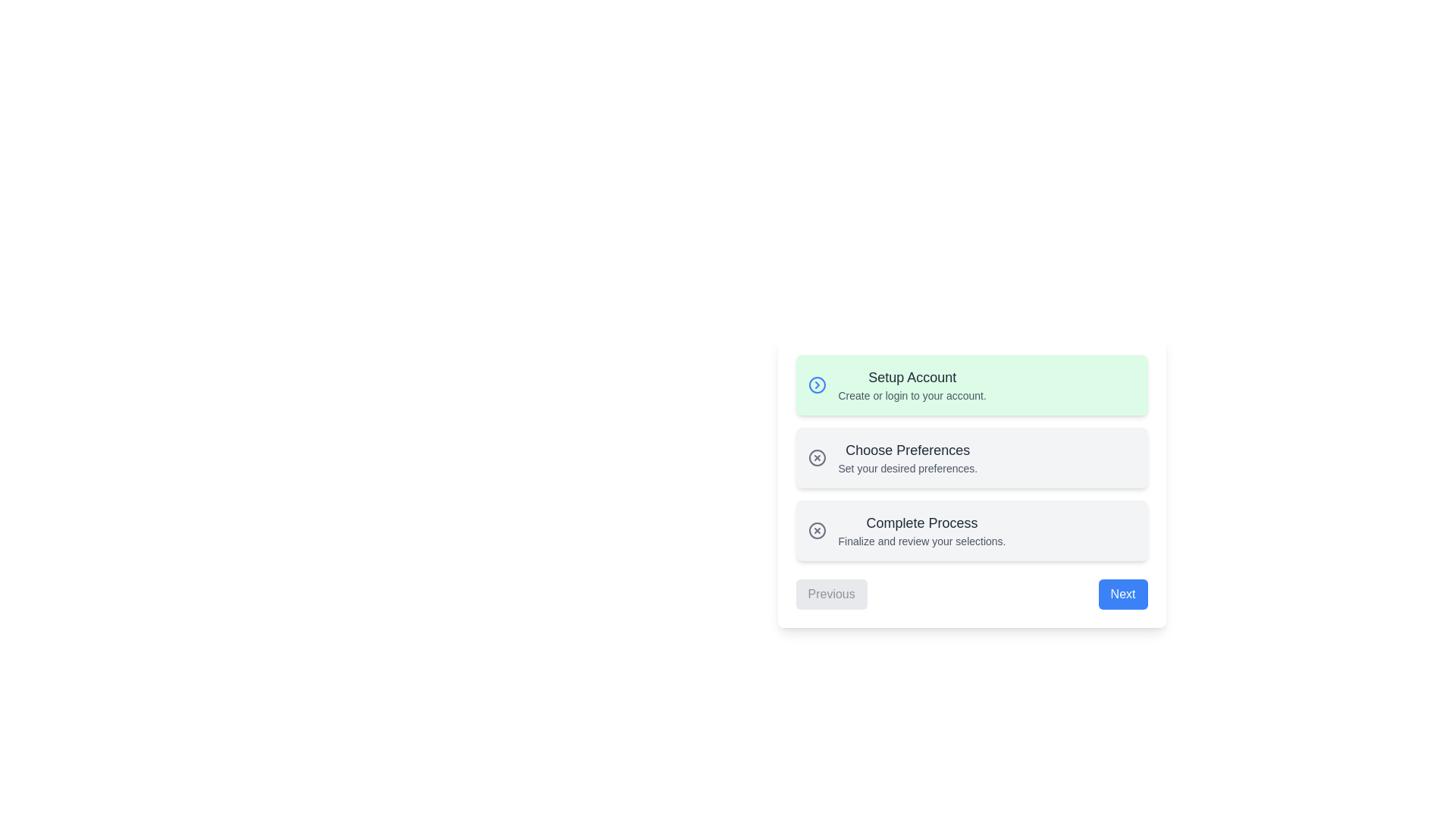  I want to click on the static text displaying 'Finalize and review your selections.' which is styled in small gray font and located below the 'Complete Process' header, so click(921, 540).